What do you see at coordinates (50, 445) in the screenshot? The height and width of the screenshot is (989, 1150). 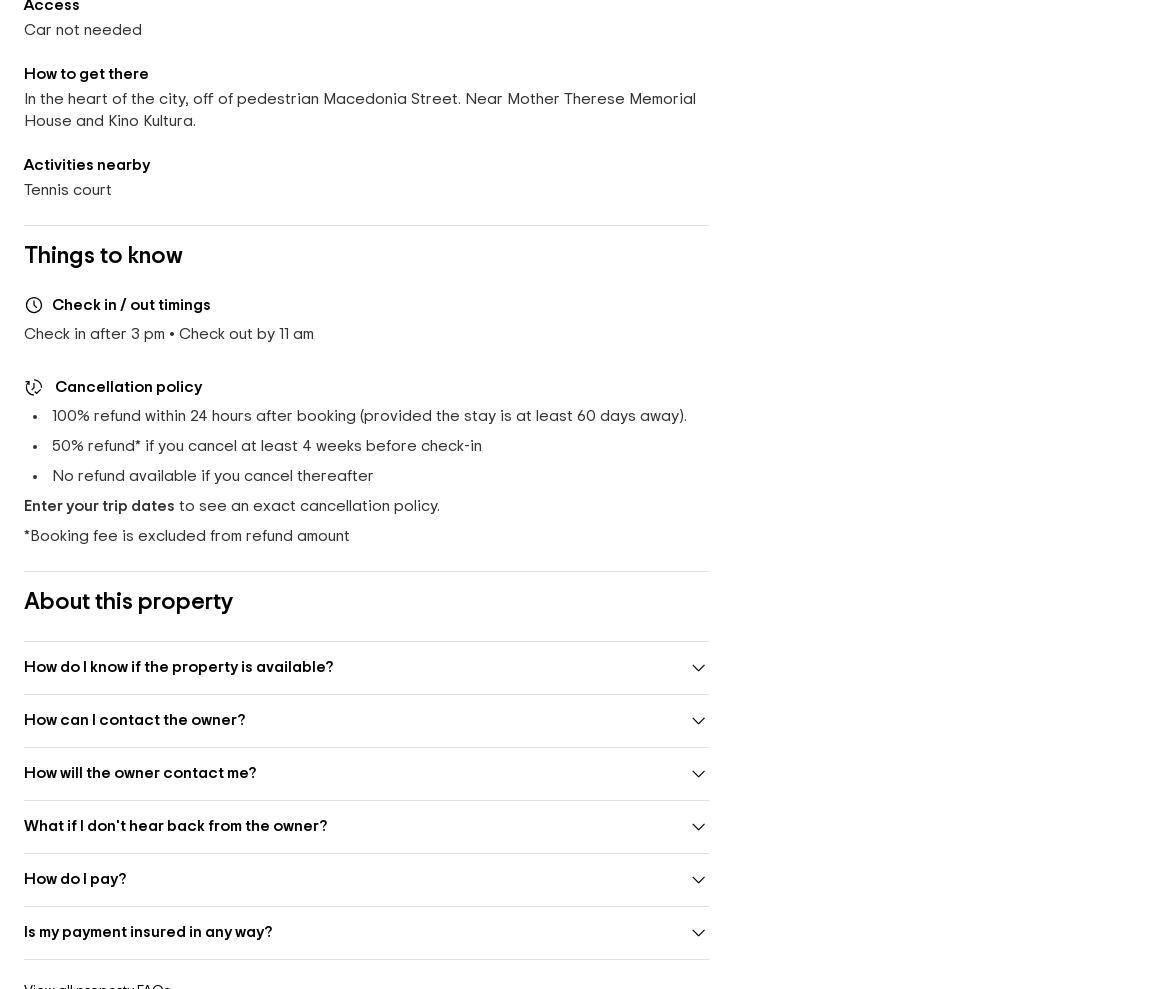 I see `'50'` at bounding box center [50, 445].